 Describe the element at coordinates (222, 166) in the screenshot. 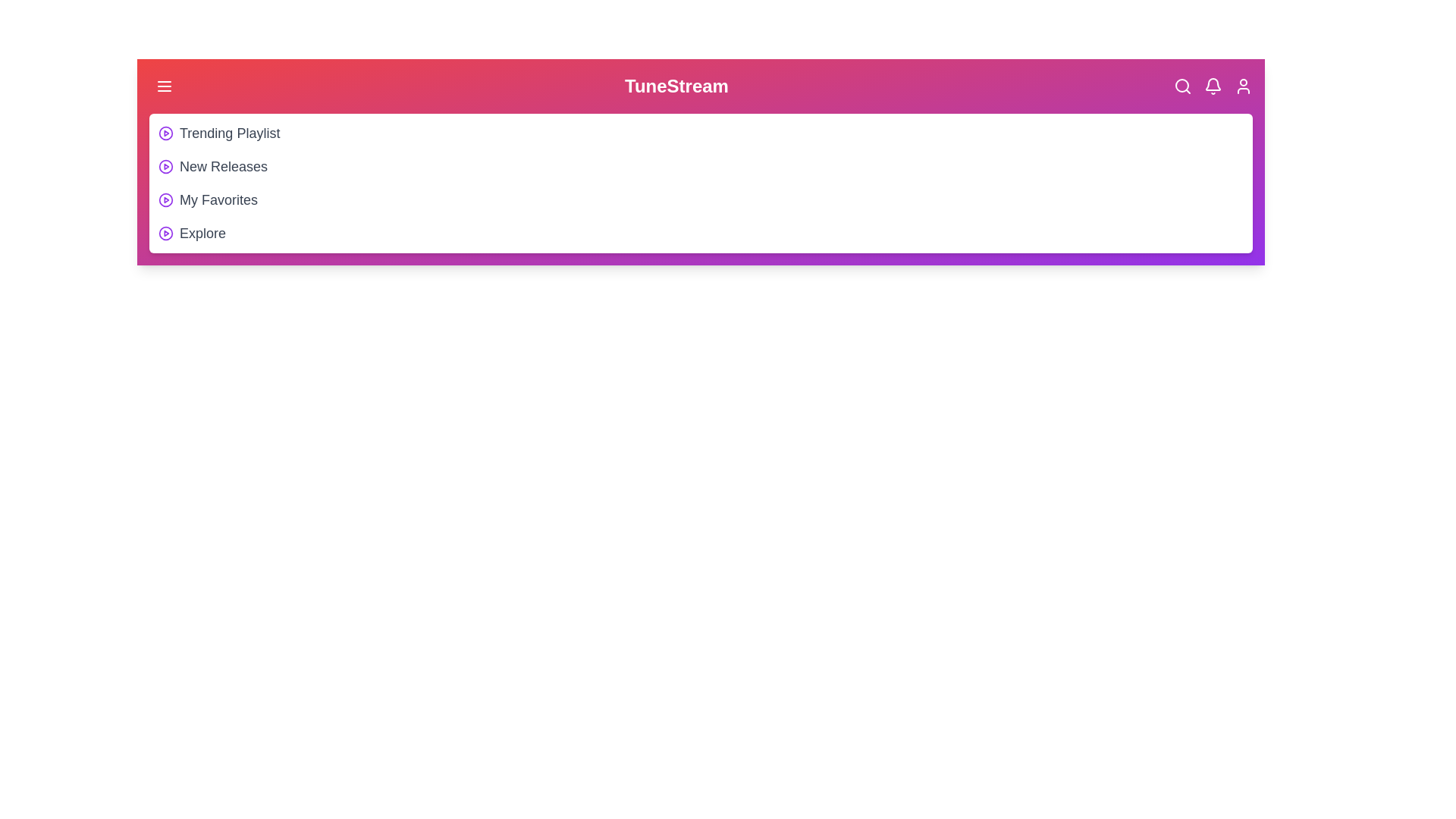

I see `the playlist item New Releases` at that location.